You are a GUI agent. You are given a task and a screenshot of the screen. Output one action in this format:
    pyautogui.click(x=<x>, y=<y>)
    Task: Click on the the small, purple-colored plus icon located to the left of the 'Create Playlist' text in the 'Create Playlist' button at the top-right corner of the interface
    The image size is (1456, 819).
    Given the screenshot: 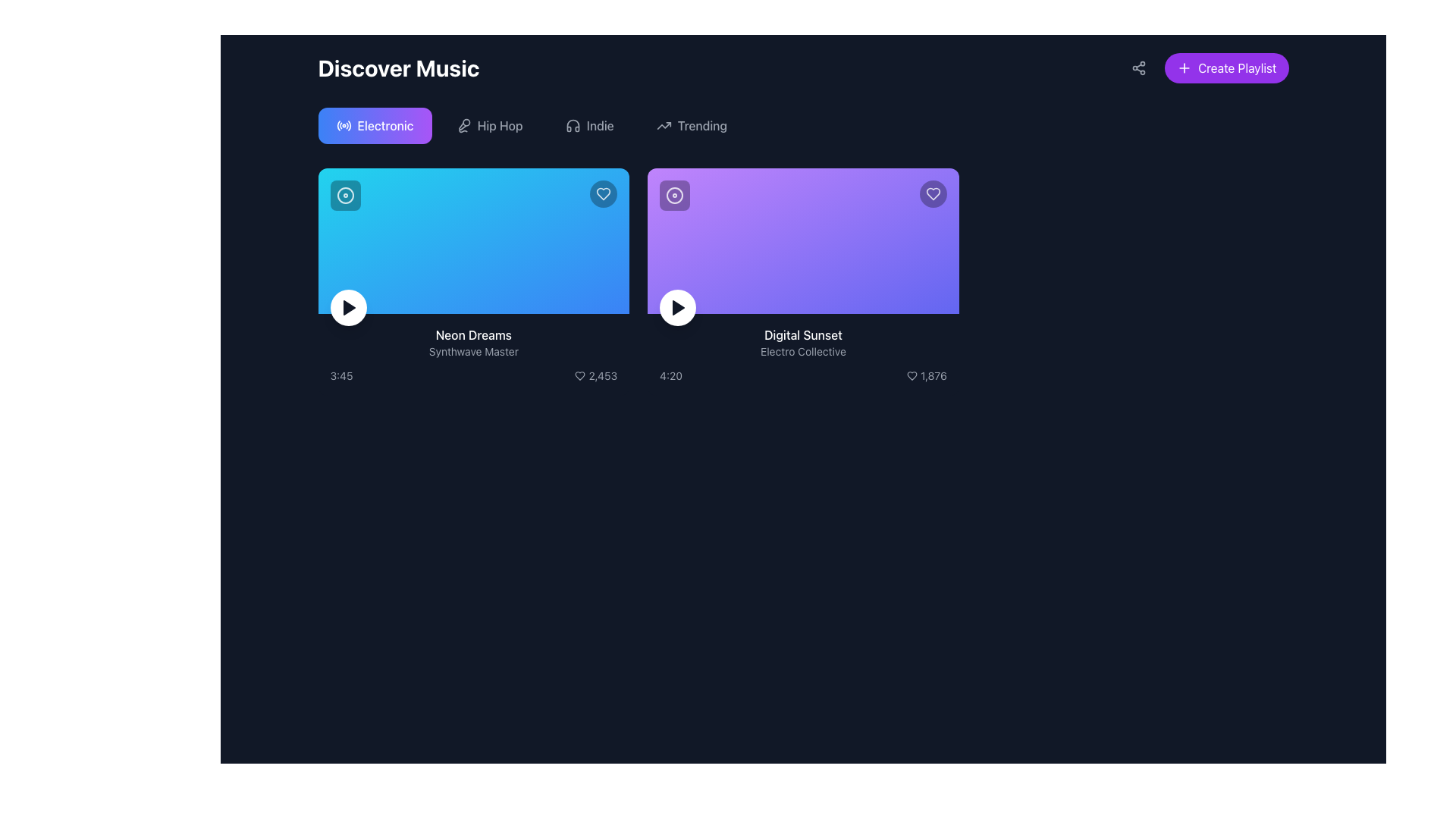 What is the action you would take?
    pyautogui.click(x=1184, y=67)
    